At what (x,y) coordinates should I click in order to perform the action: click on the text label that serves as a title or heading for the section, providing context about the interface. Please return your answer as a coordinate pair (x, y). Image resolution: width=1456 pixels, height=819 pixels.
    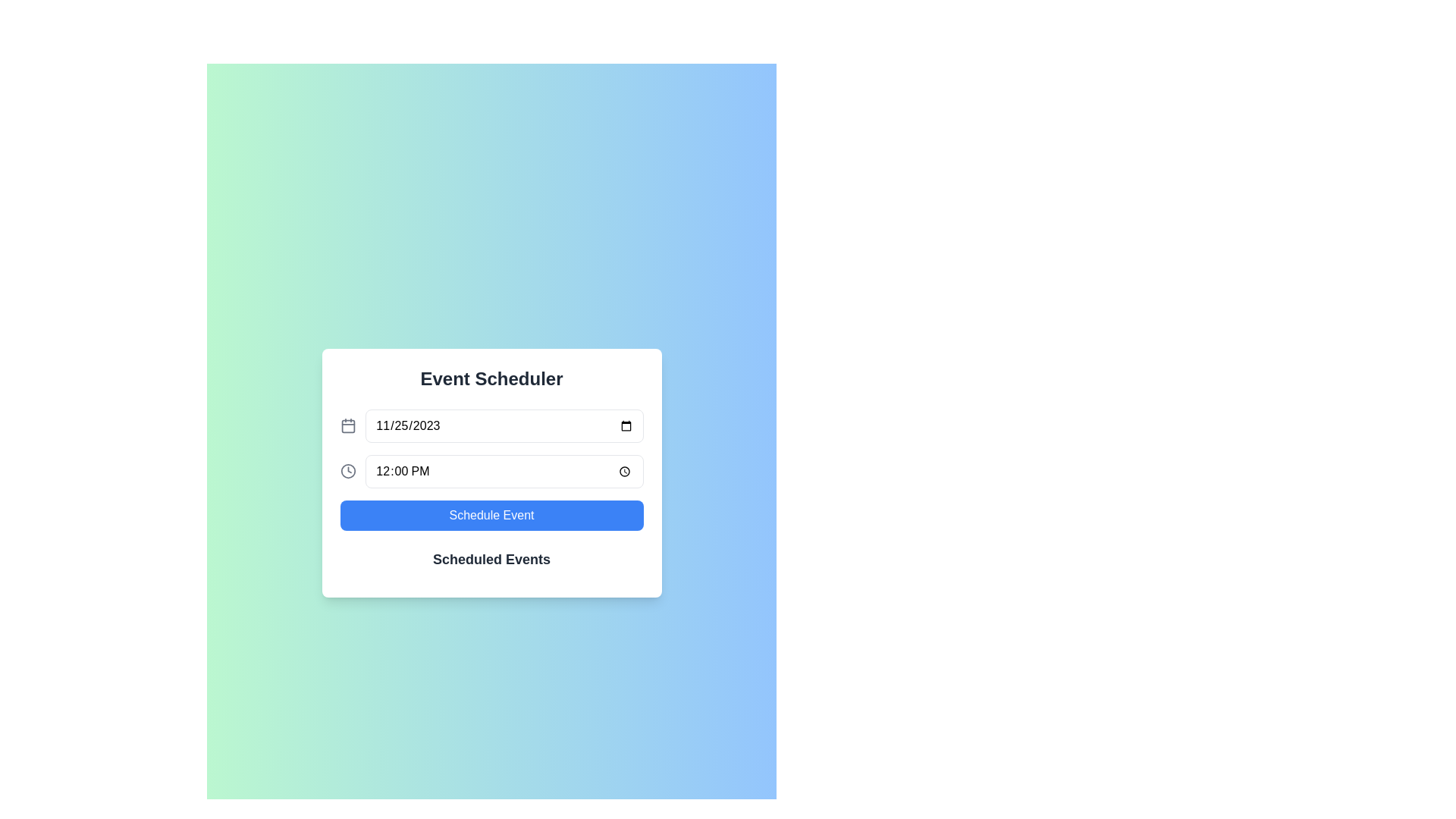
    Looking at the image, I should click on (491, 378).